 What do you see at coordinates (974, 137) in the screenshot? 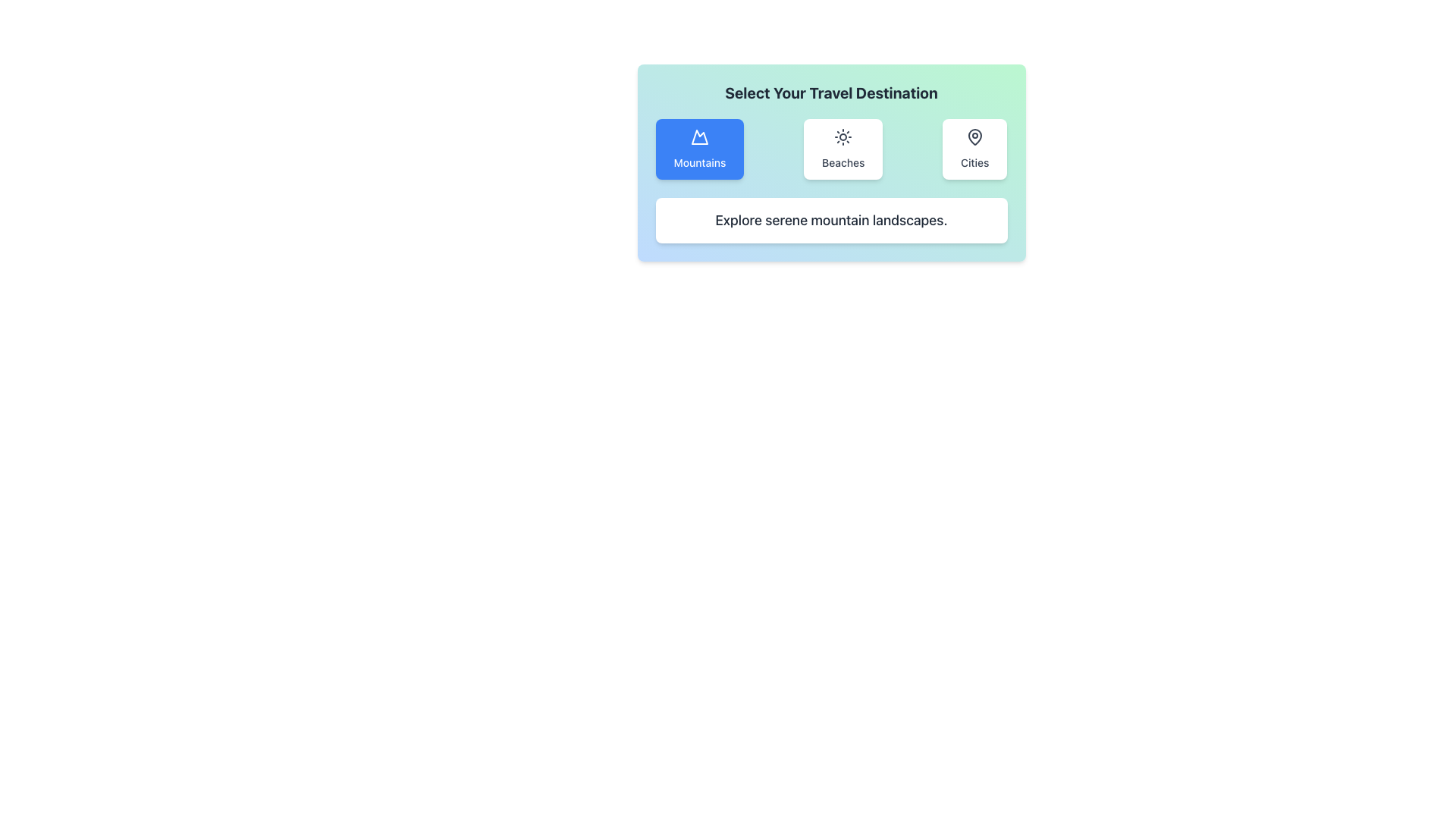
I see `the map pin icon located within the 'Cities' button` at bounding box center [974, 137].